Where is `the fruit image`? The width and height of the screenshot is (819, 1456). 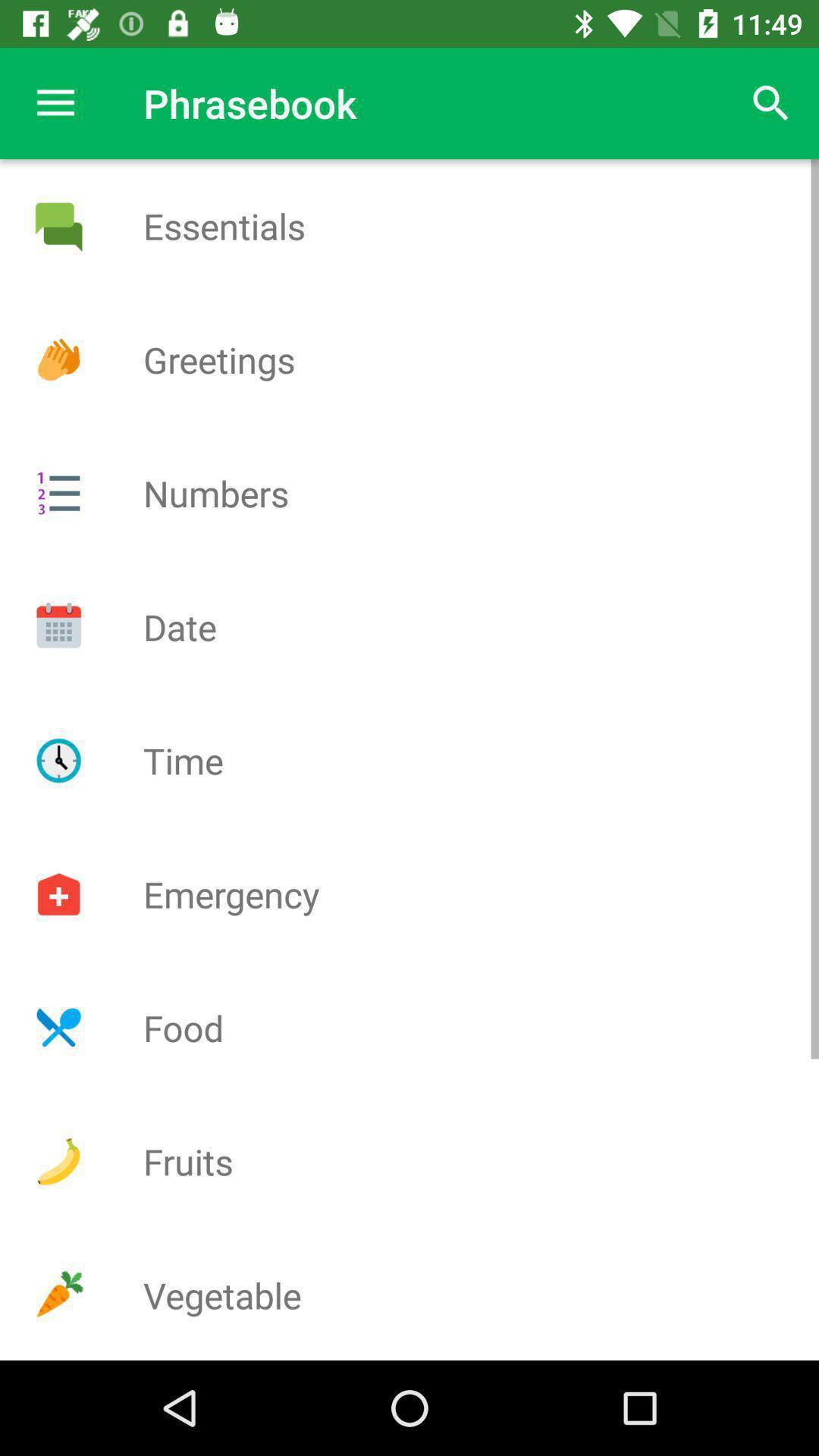 the fruit image is located at coordinates (58, 1160).